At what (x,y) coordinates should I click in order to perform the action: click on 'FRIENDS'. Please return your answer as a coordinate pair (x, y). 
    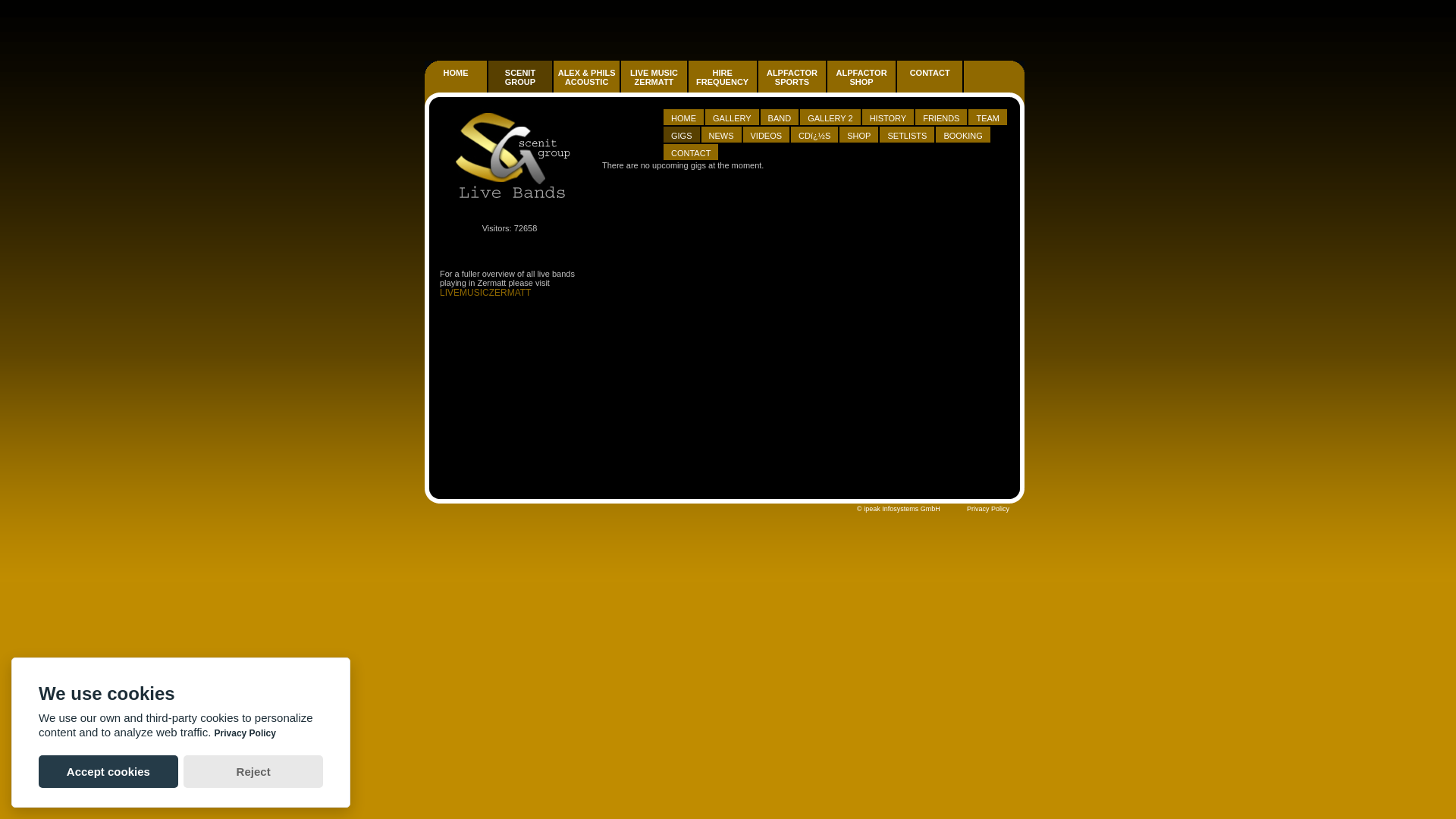
    Looking at the image, I should click on (940, 117).